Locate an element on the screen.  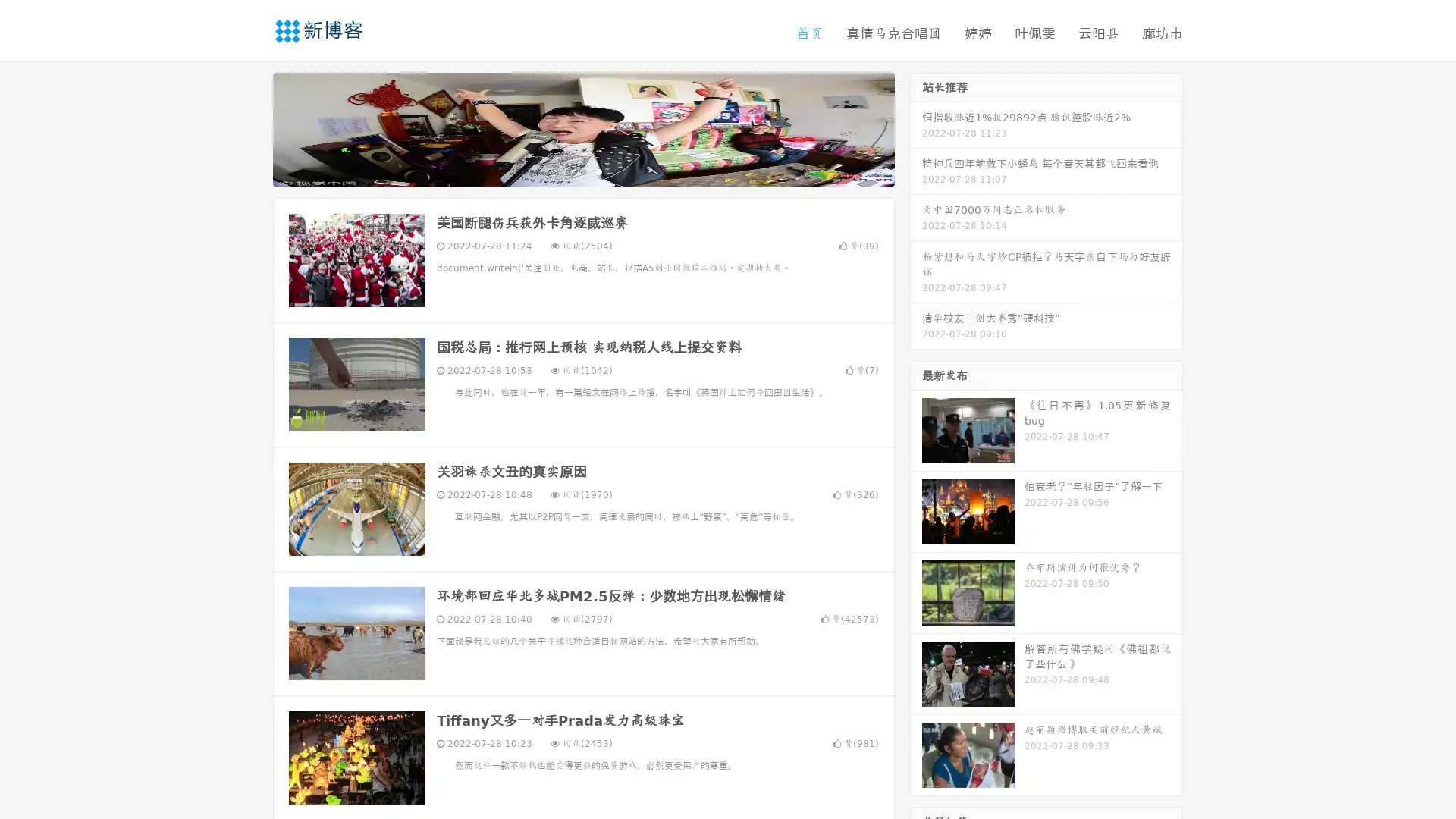
Go to slide 2 is located at coordinates (582, 171).